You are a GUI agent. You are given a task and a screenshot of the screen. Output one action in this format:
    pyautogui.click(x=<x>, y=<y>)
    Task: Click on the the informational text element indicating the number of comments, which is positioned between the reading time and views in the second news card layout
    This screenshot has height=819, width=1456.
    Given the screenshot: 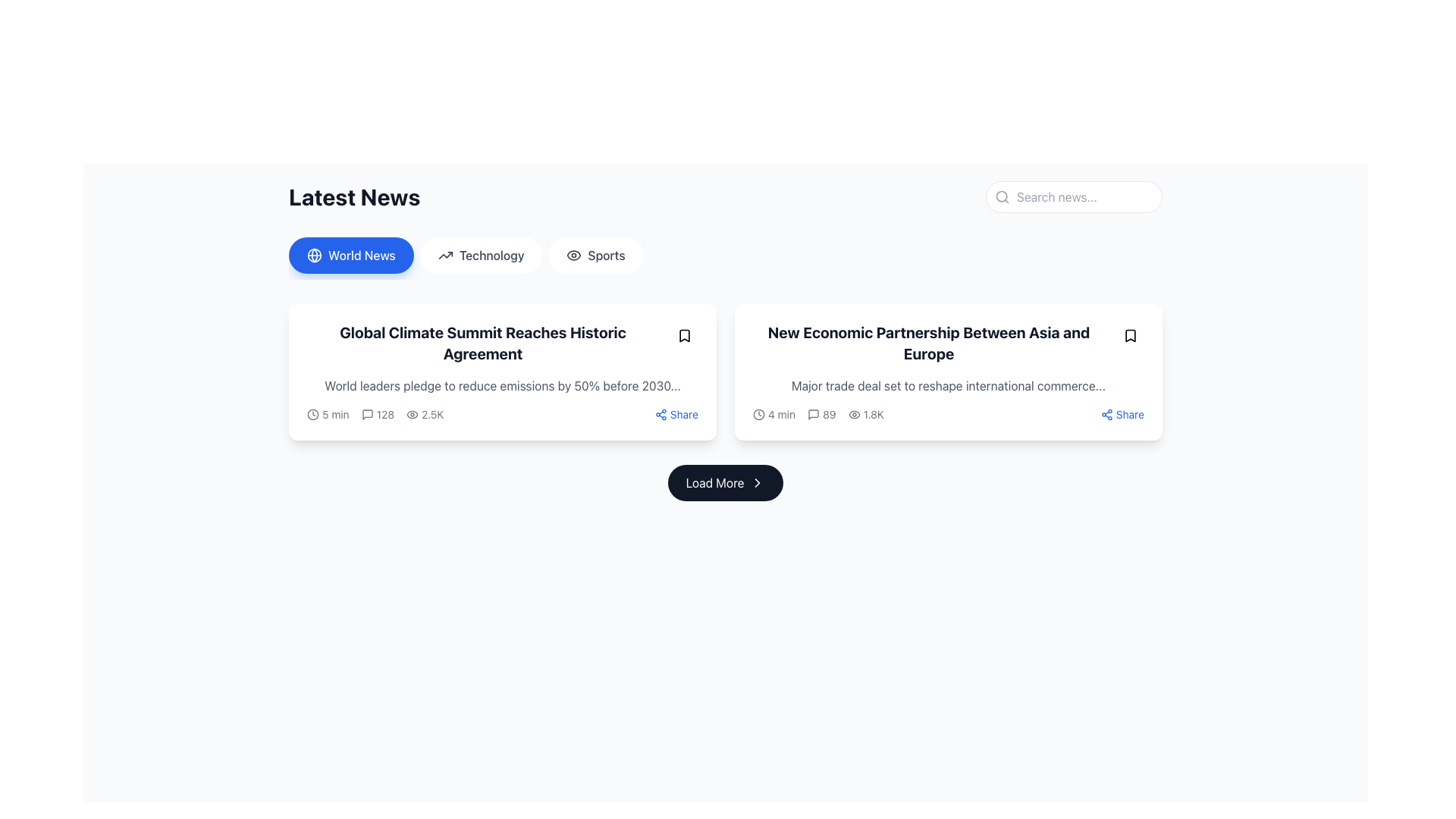 What is the action you would take?
    pyautogui.click(x=821, y=415)
    